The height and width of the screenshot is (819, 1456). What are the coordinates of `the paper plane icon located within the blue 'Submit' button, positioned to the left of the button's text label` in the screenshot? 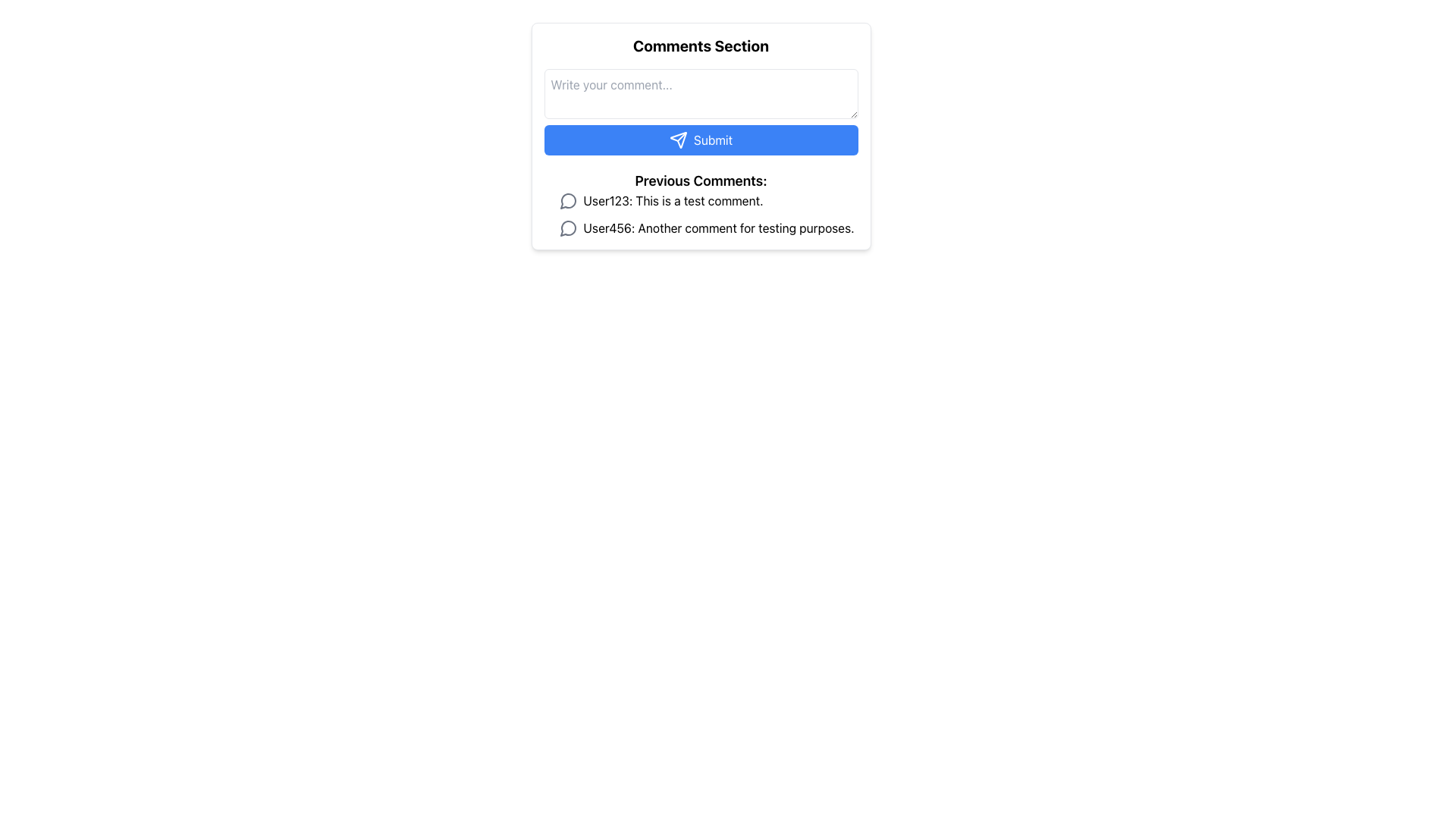 It's located at (677, 140).